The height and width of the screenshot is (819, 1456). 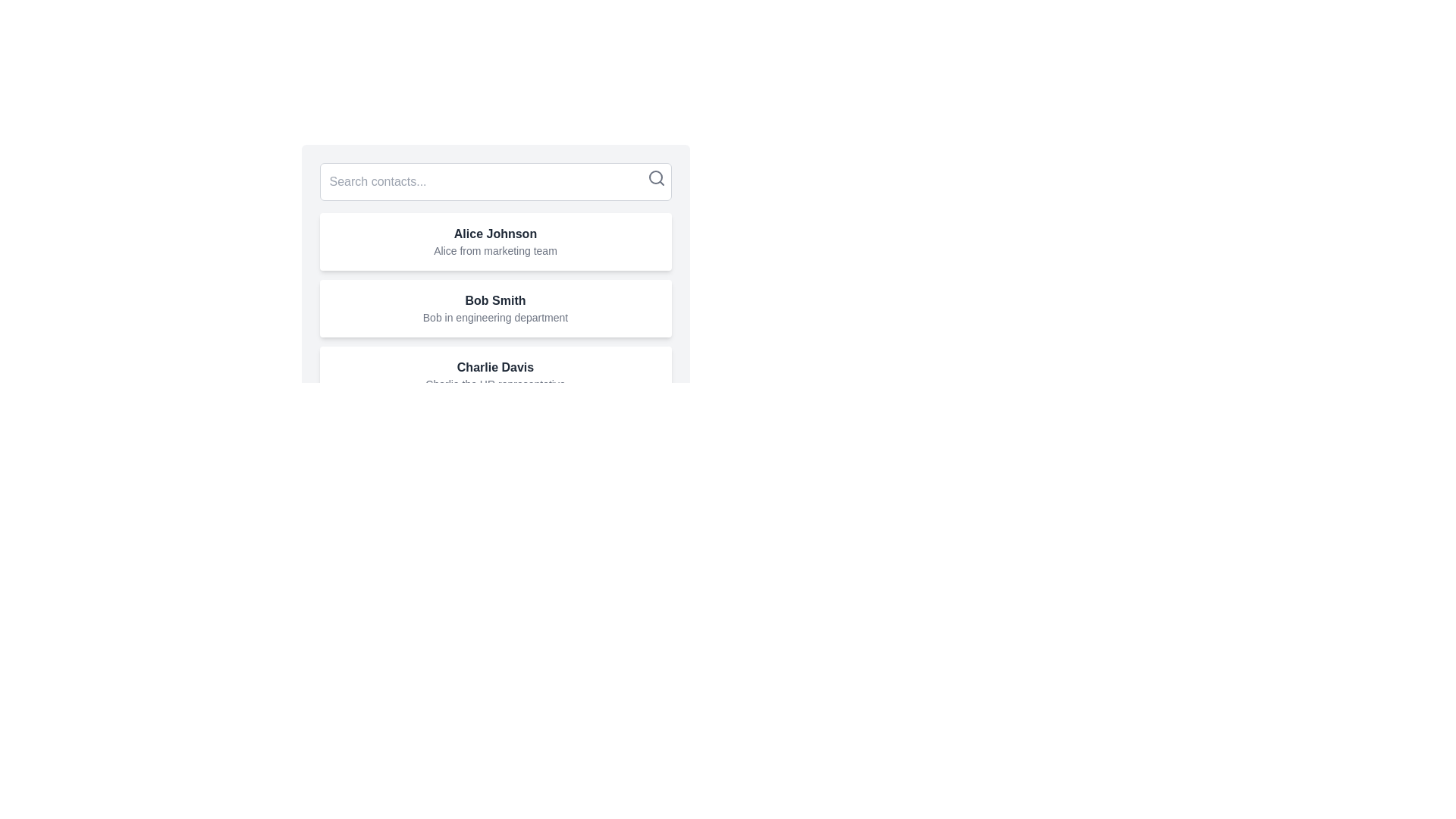 I want to click on the inner circle of the SVG icon with a gray outline located at the top-right corner of the search bar to inspect it, so click(x=655, y=177).